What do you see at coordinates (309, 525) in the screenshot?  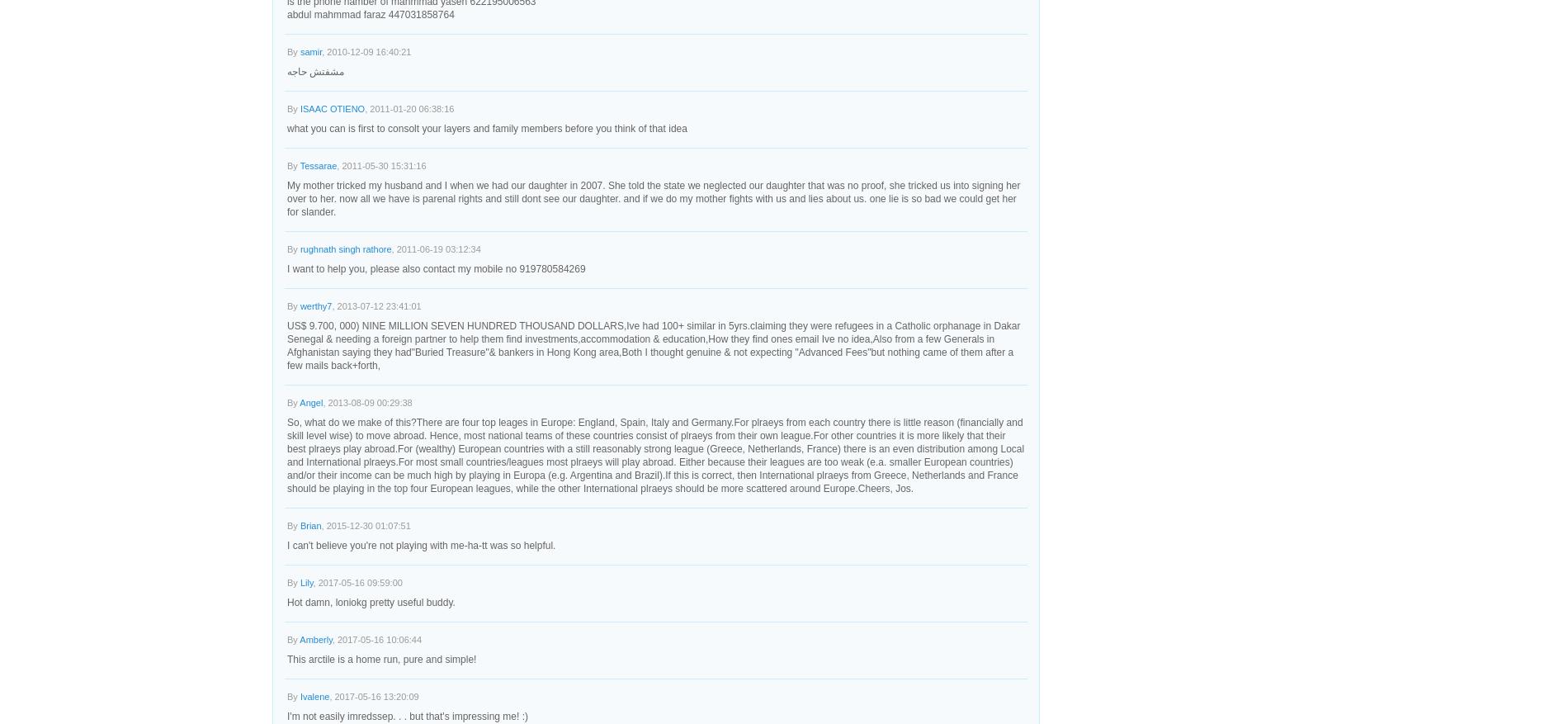 I see `'Brian'` at bounding box center [309, 525].